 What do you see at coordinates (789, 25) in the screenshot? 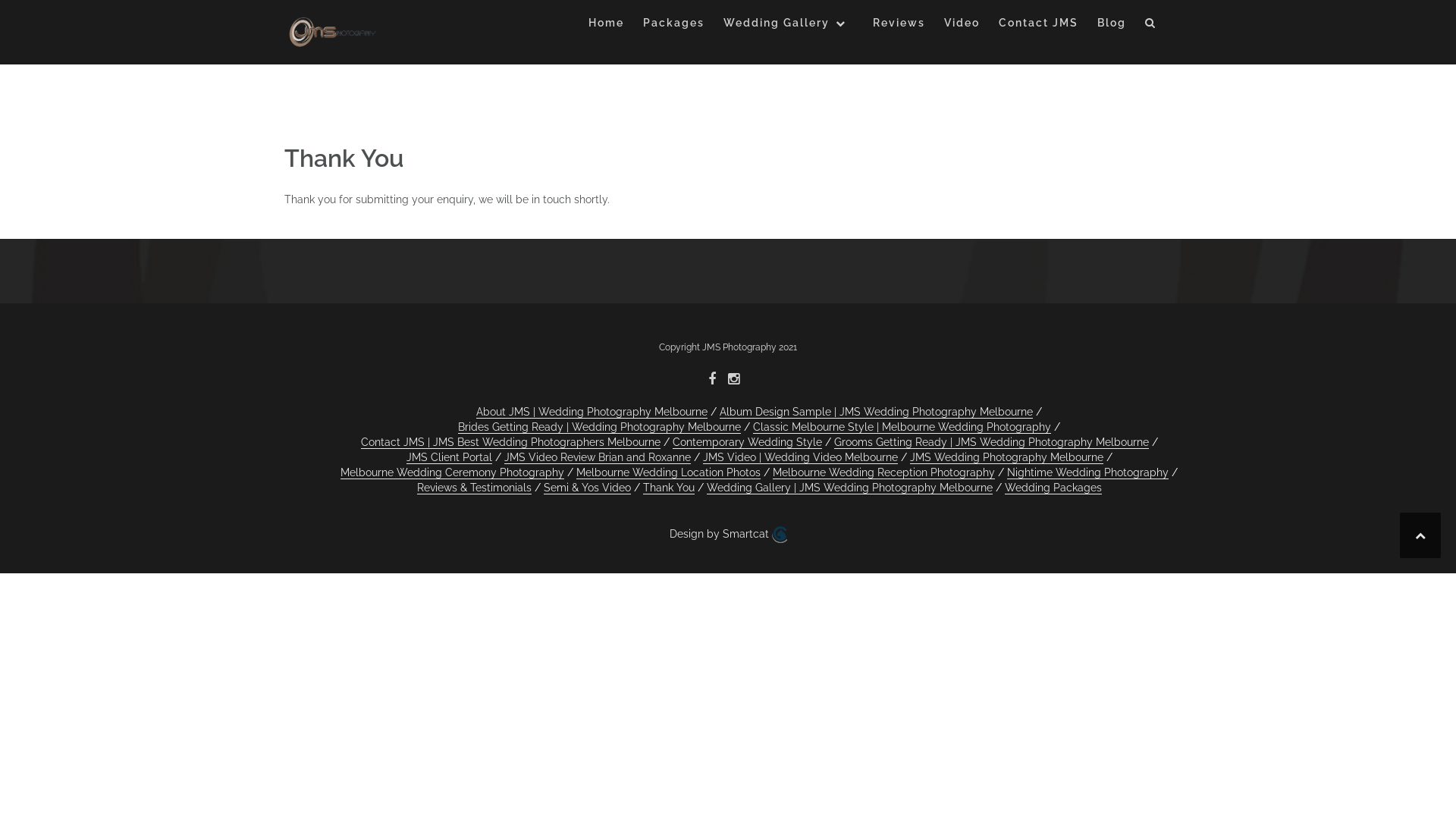
I see `'Wedding Gallery'` at bounding box center [789, 25].